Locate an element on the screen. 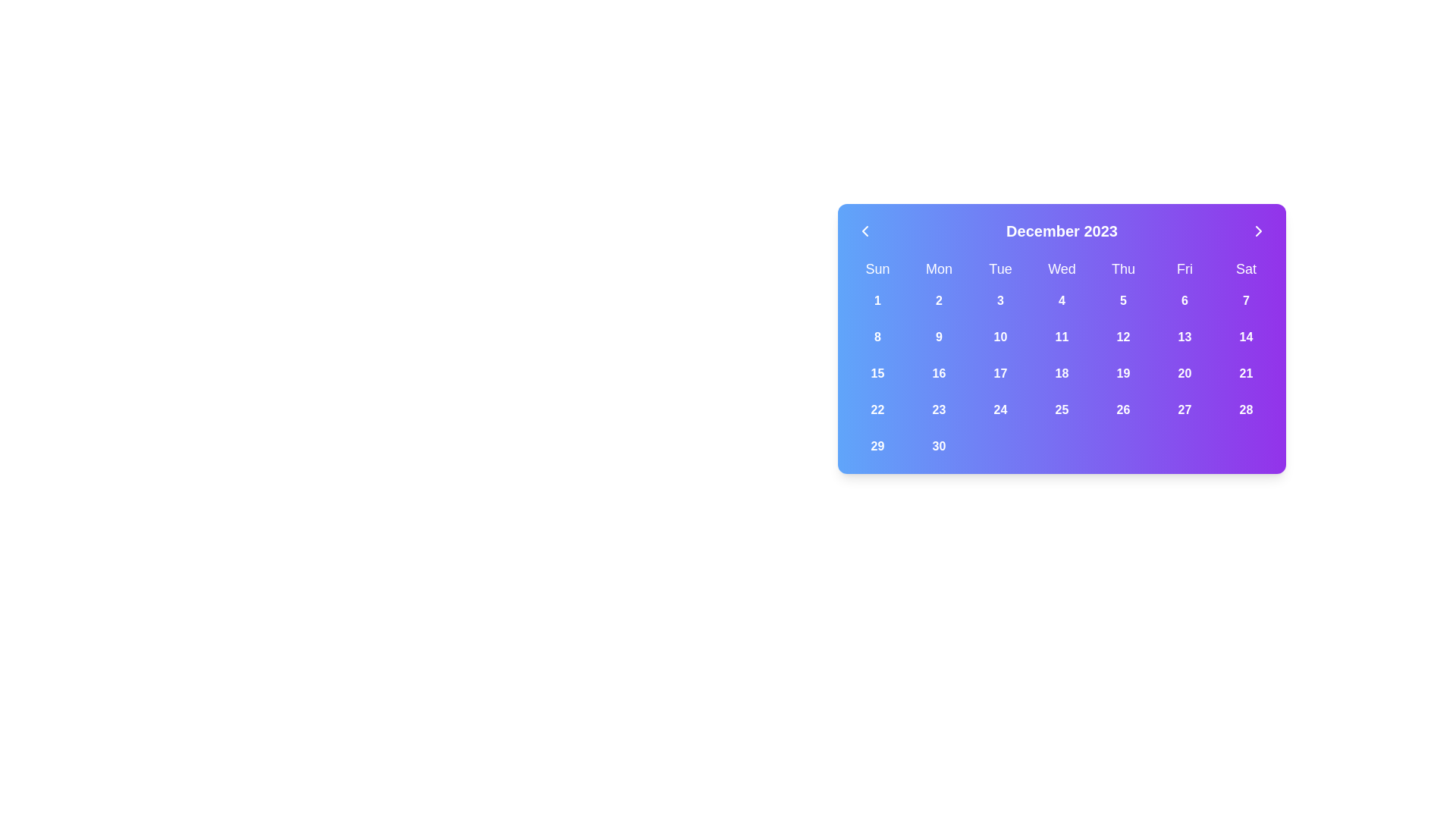 The height and width of the screenshot is (819, 1456). the button displaying the number '11' with a purple background located in the middle of the fourth row of the calendar grid is located at coordinates (1061, 336).